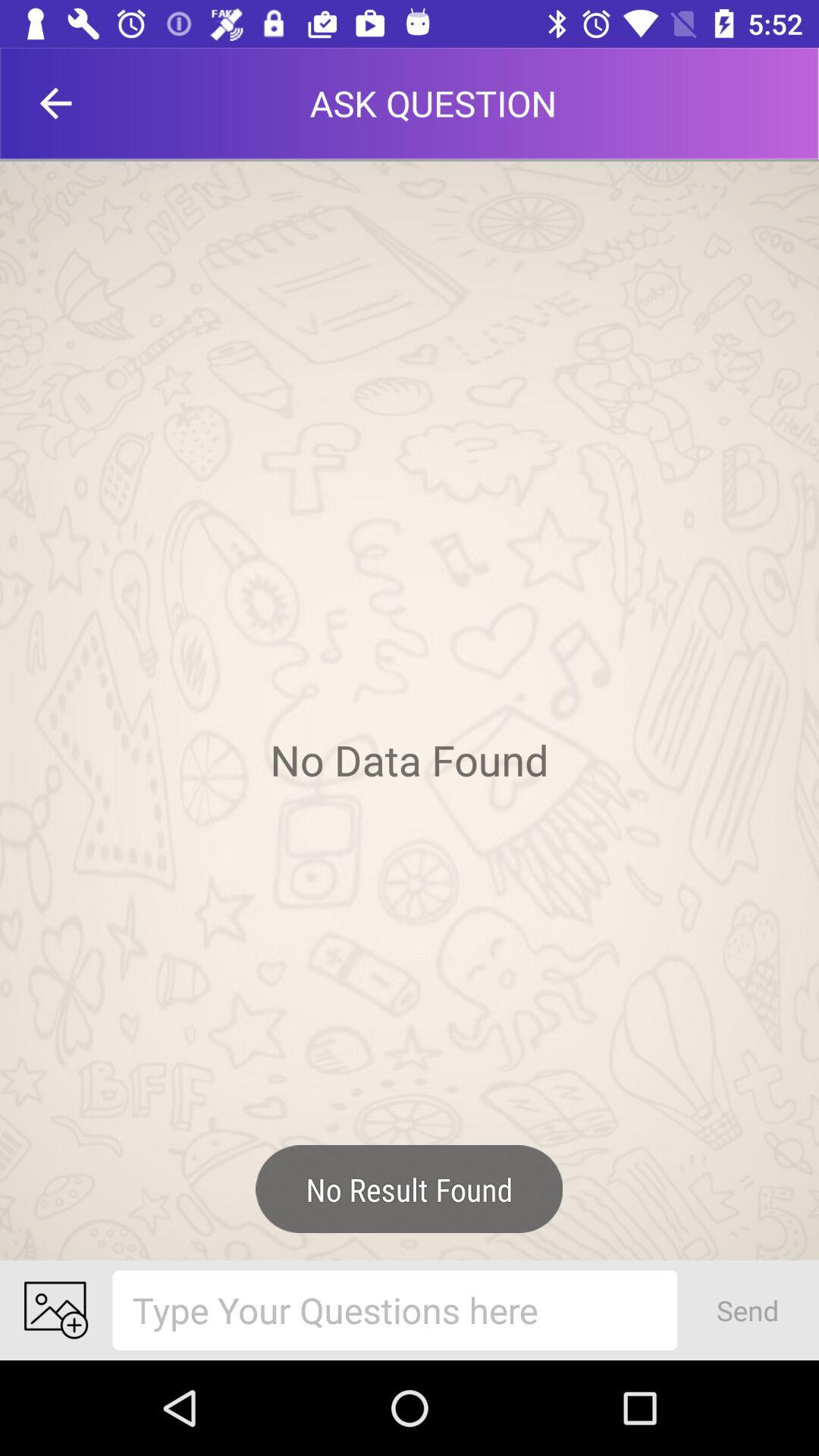 The image size is (819, 1456). I want to click on the wallpaper icon, so click(55, 1310).